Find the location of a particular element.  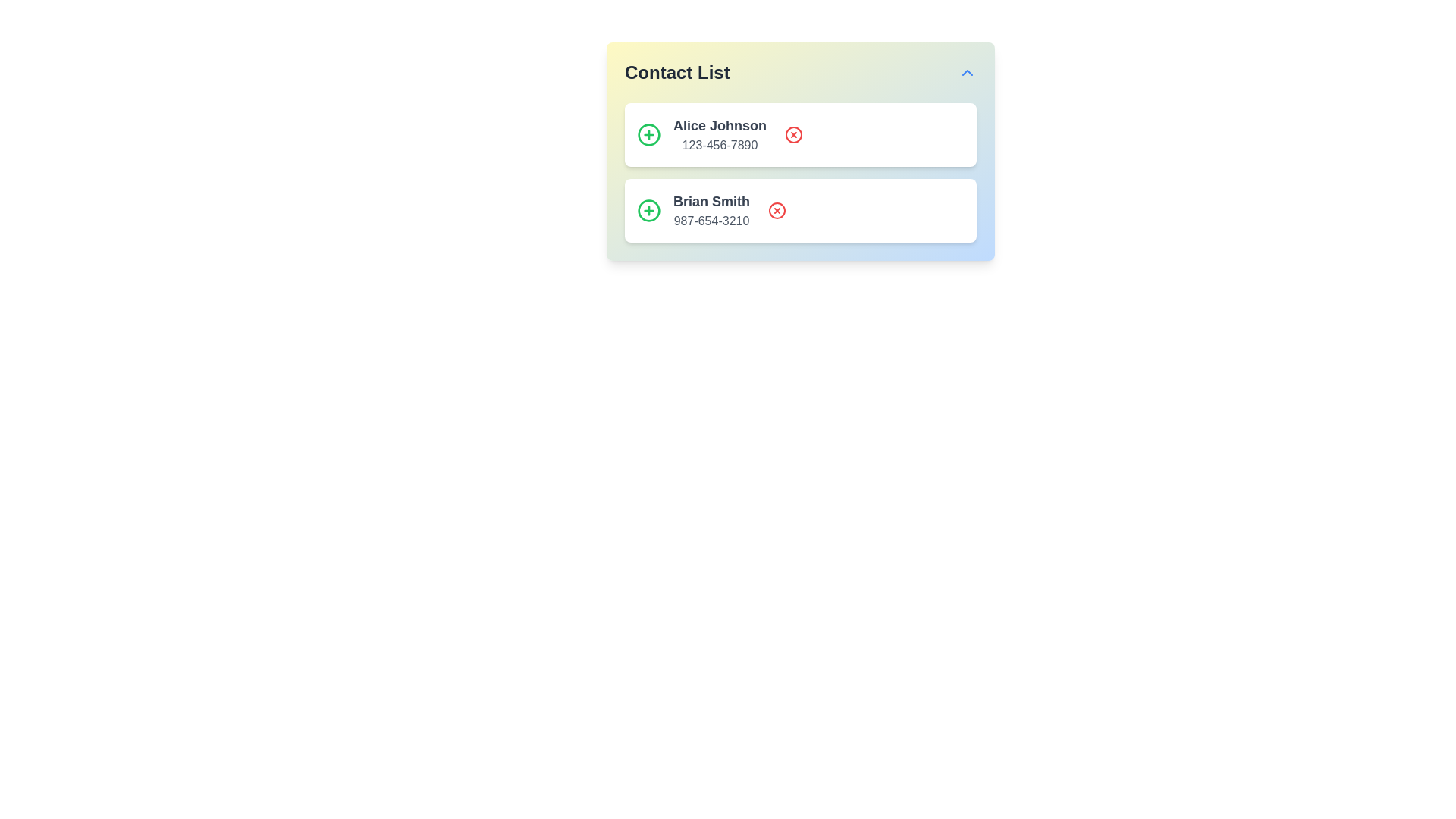

the circular green-bordered button with a '+' symbol located next to 'Brian Smith' in the contact list is located at coordinates (648, 210).